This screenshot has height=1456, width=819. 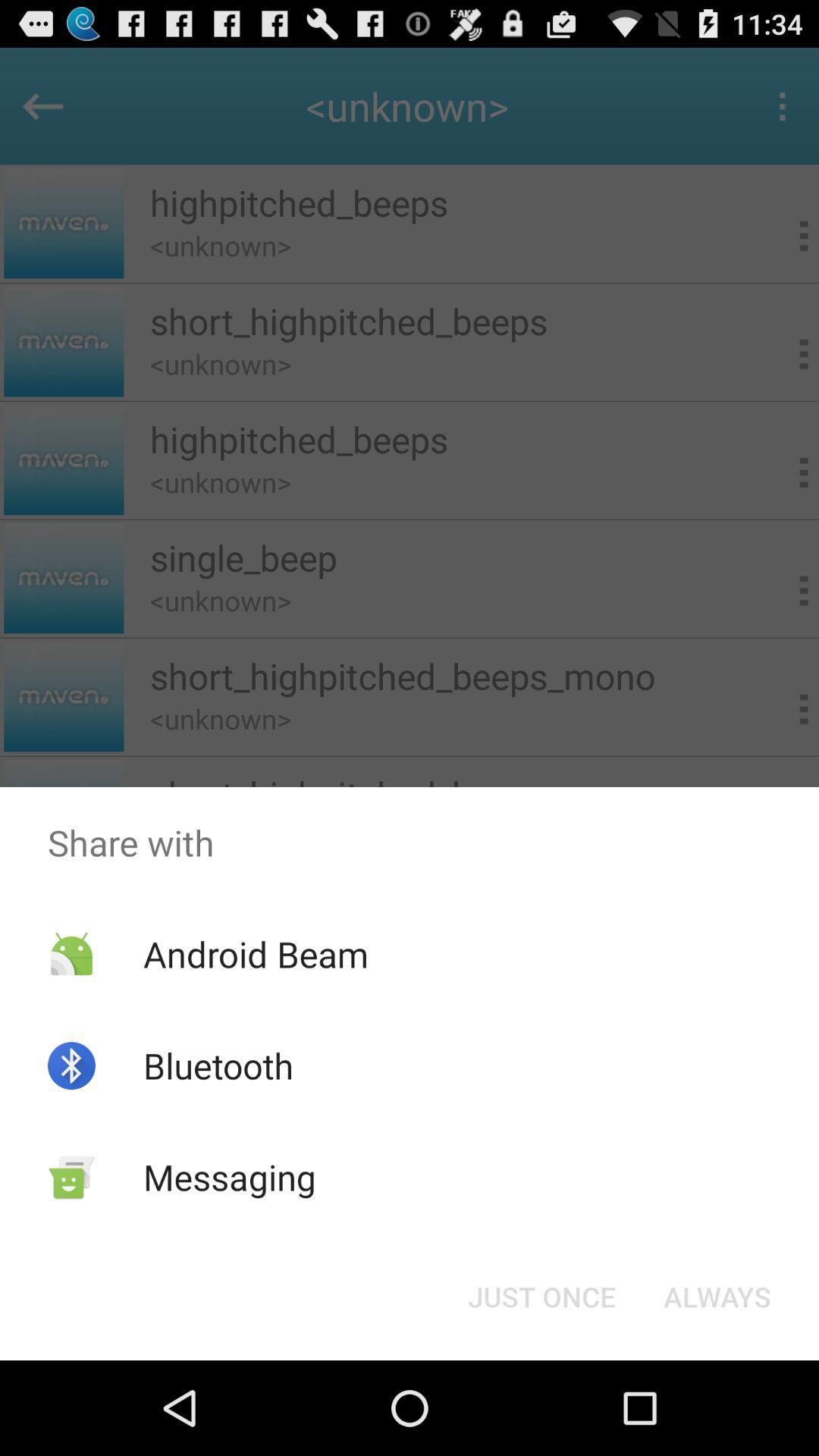 I want to click on the just once, so click(x=541, y=1295).